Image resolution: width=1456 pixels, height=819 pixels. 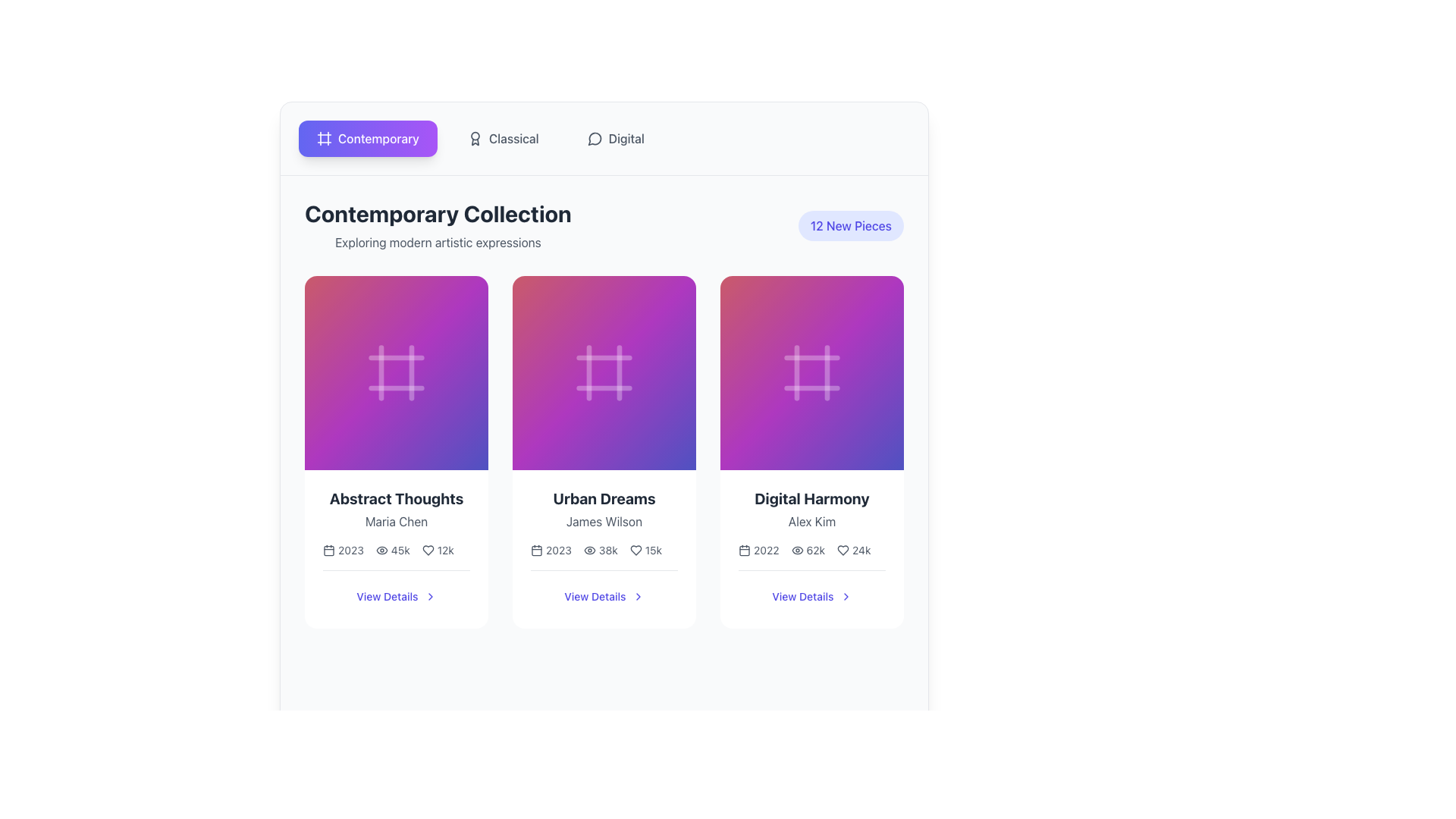 What do you see at coordinates (796, 550) in the screenshot?
I see `the eye icon representing visibility or views, located` at bounding box center [796, 550].